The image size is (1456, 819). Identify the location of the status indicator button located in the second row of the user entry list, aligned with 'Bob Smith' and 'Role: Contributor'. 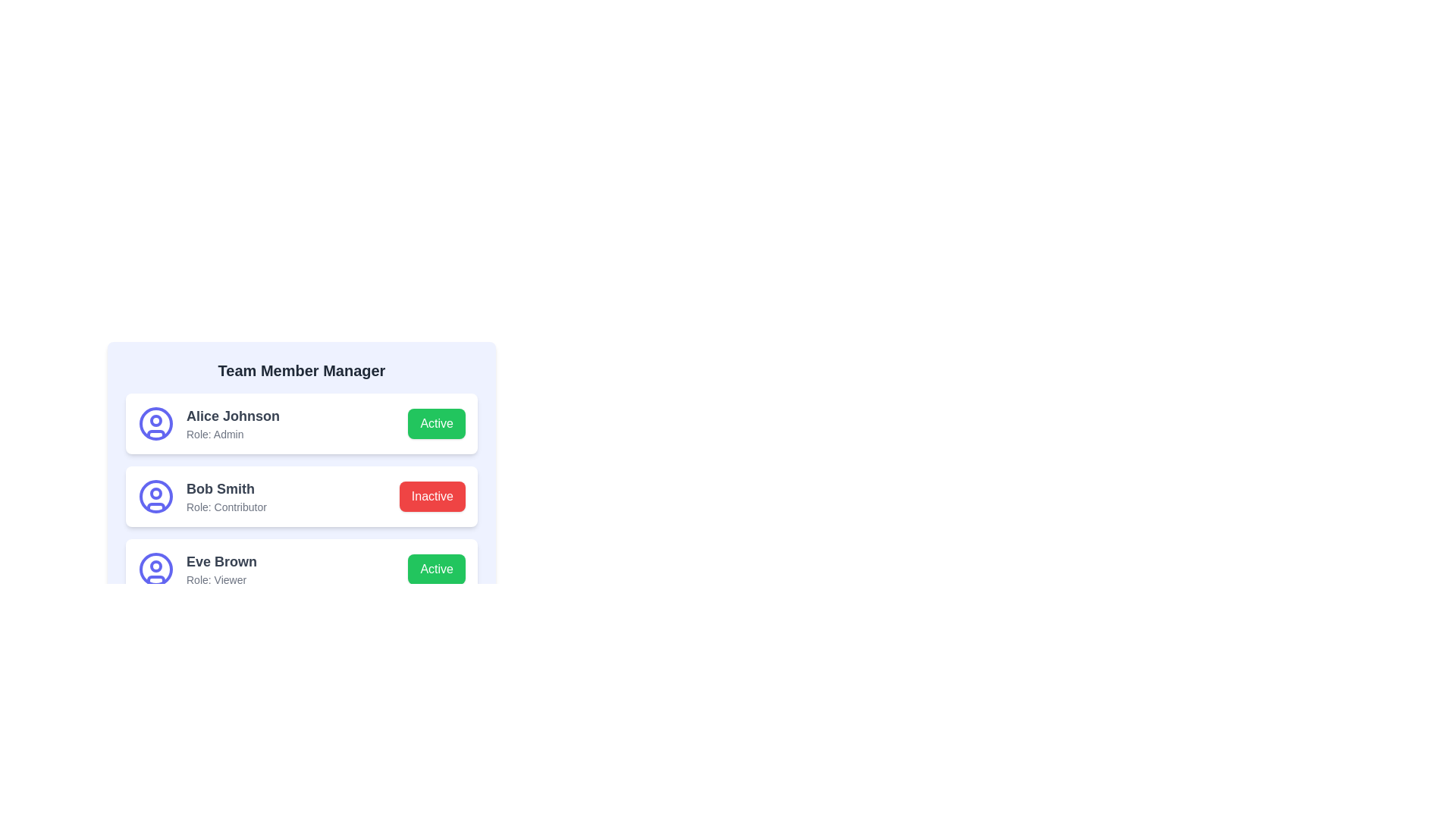
(431, 497).